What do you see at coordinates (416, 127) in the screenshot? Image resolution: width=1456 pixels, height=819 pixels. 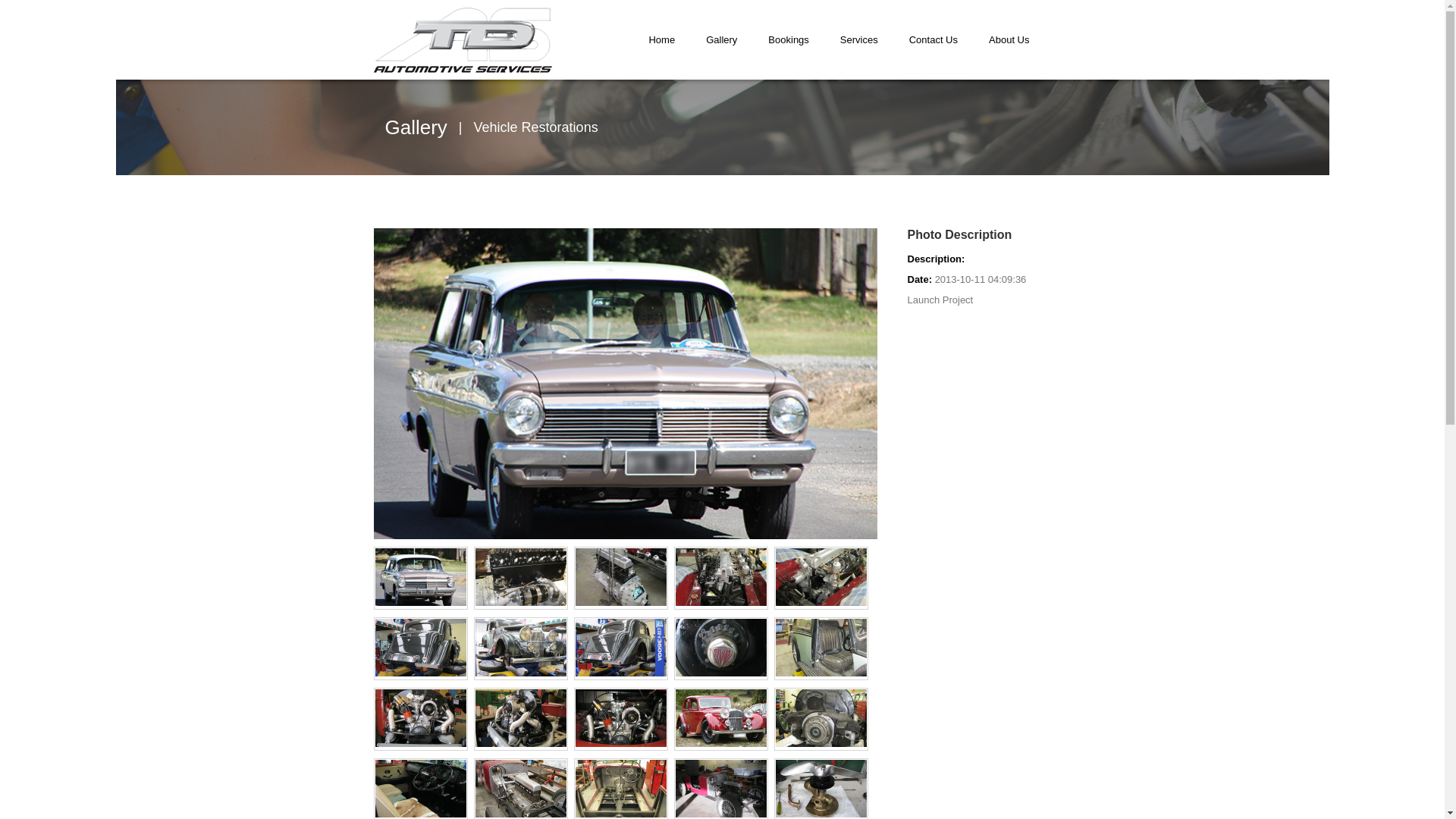 I see `'Gallery'` at bounding box center [416, 127].